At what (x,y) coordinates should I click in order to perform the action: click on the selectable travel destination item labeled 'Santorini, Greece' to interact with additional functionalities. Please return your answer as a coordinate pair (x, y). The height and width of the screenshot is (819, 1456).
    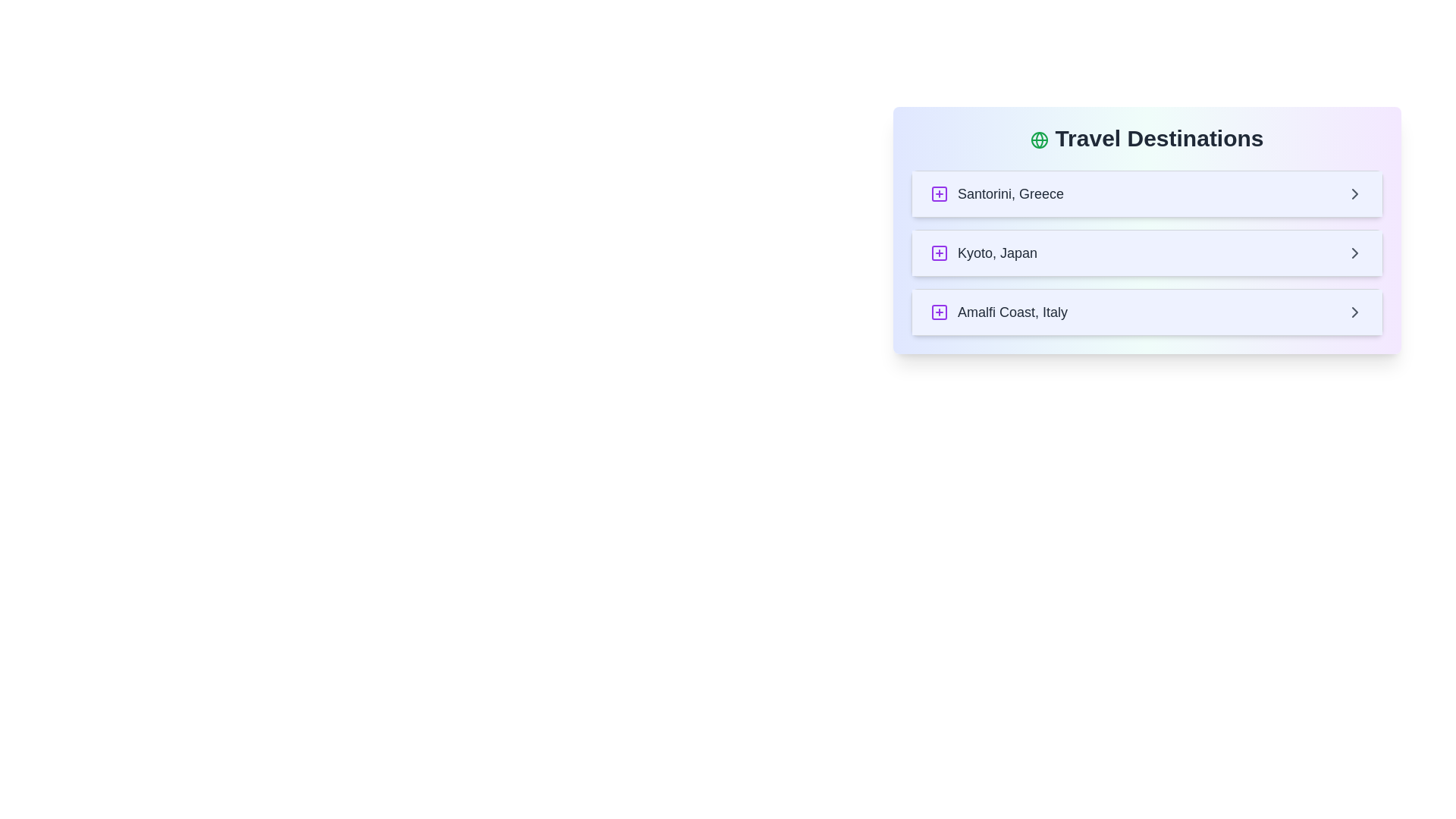
    Looking at the image, I should click on (1147, 193).